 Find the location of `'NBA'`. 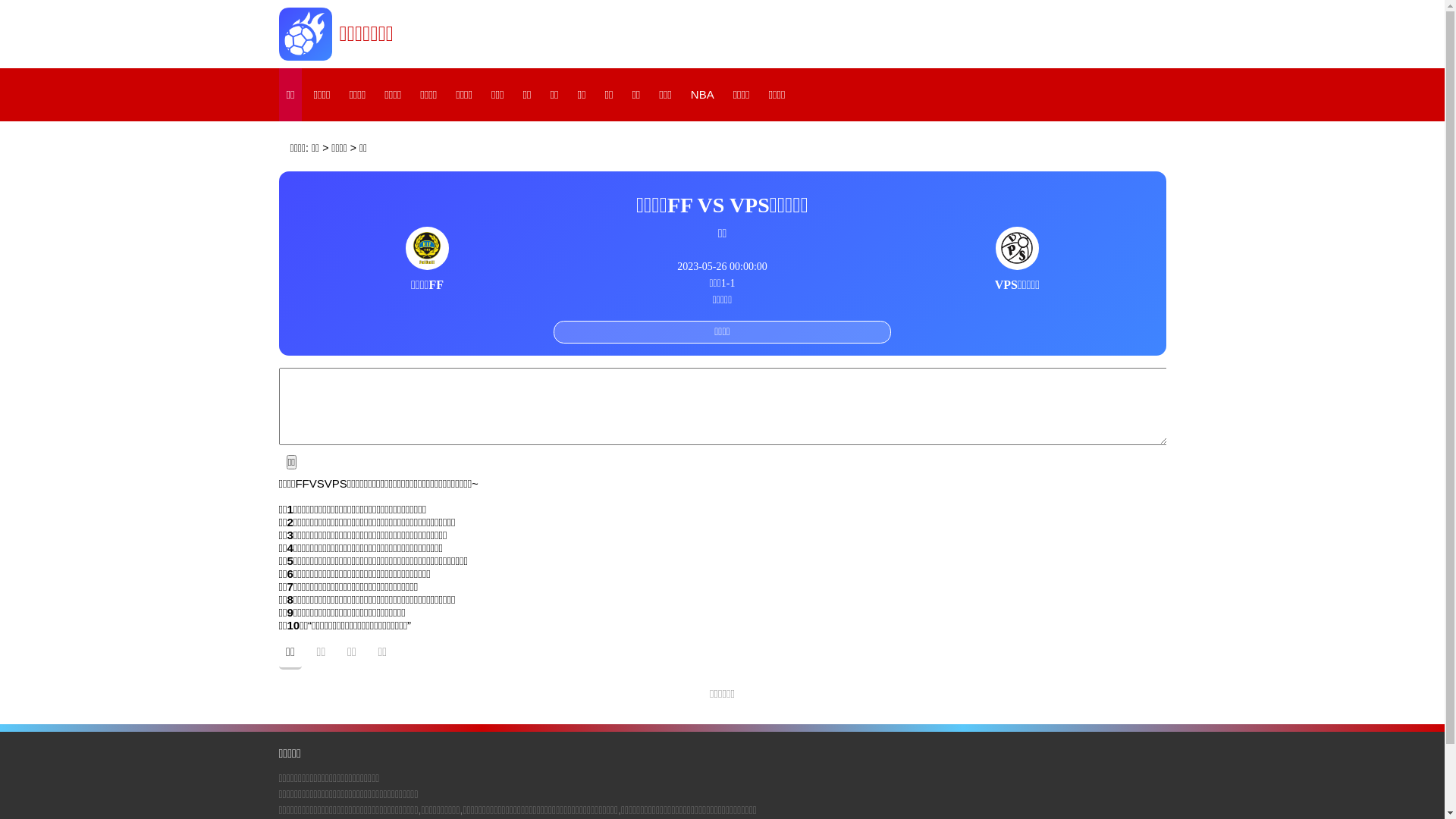

'NBA' is located at coordinates (701, 94).